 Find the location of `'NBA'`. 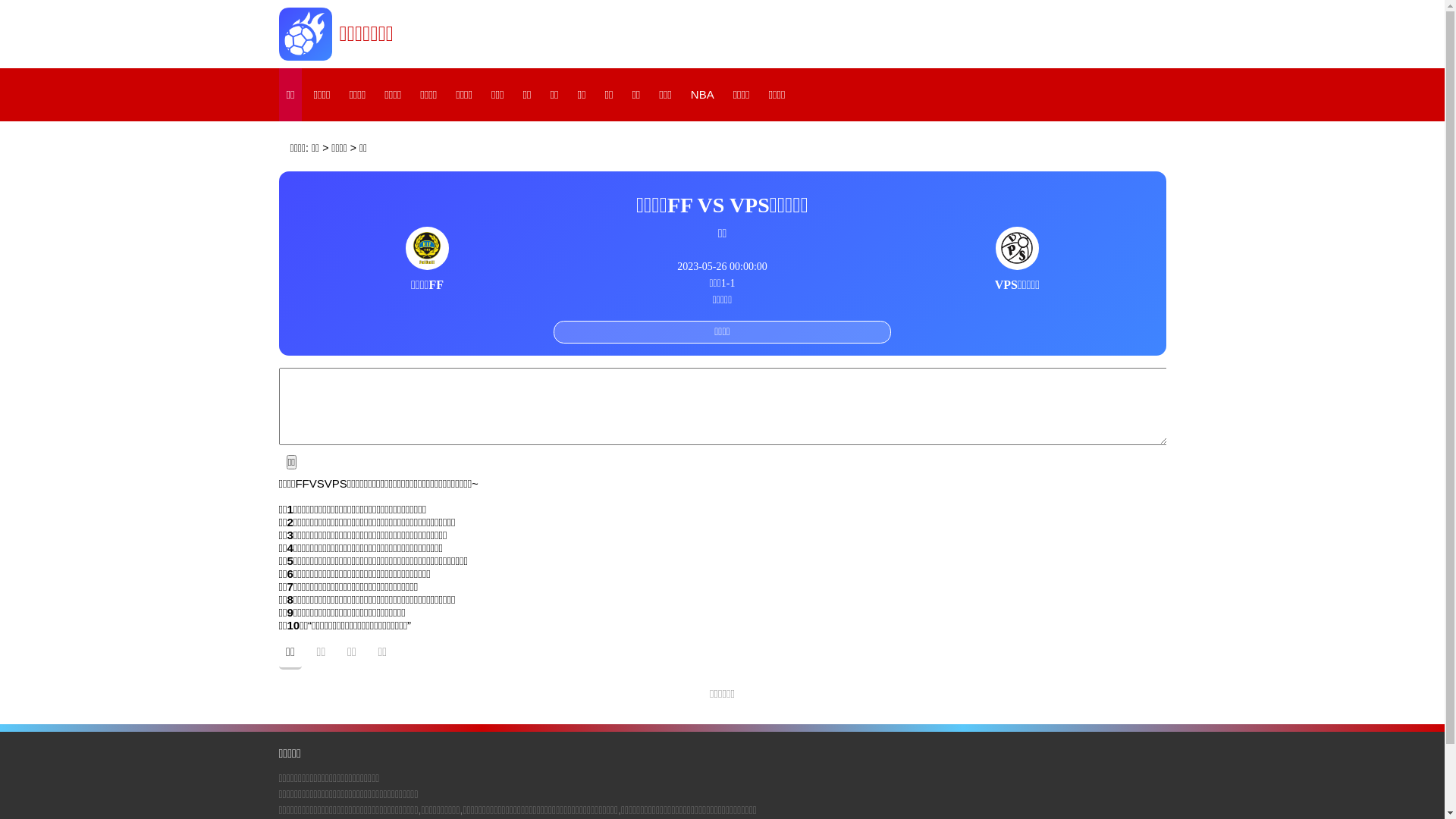

'NBA' is located at coordinates (701, 94).